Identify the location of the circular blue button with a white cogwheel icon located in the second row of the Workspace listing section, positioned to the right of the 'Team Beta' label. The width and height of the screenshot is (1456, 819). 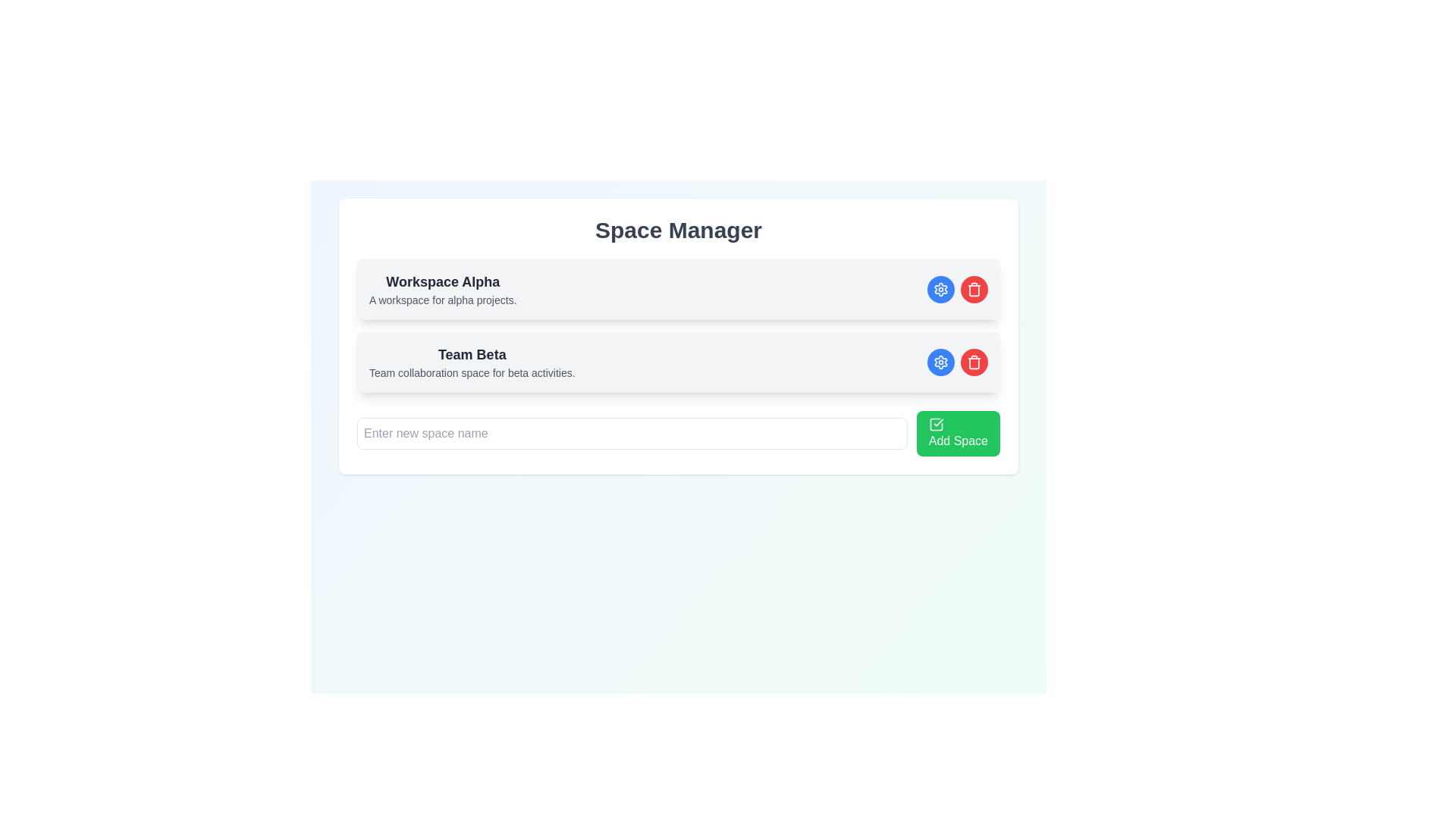
(940, 362).